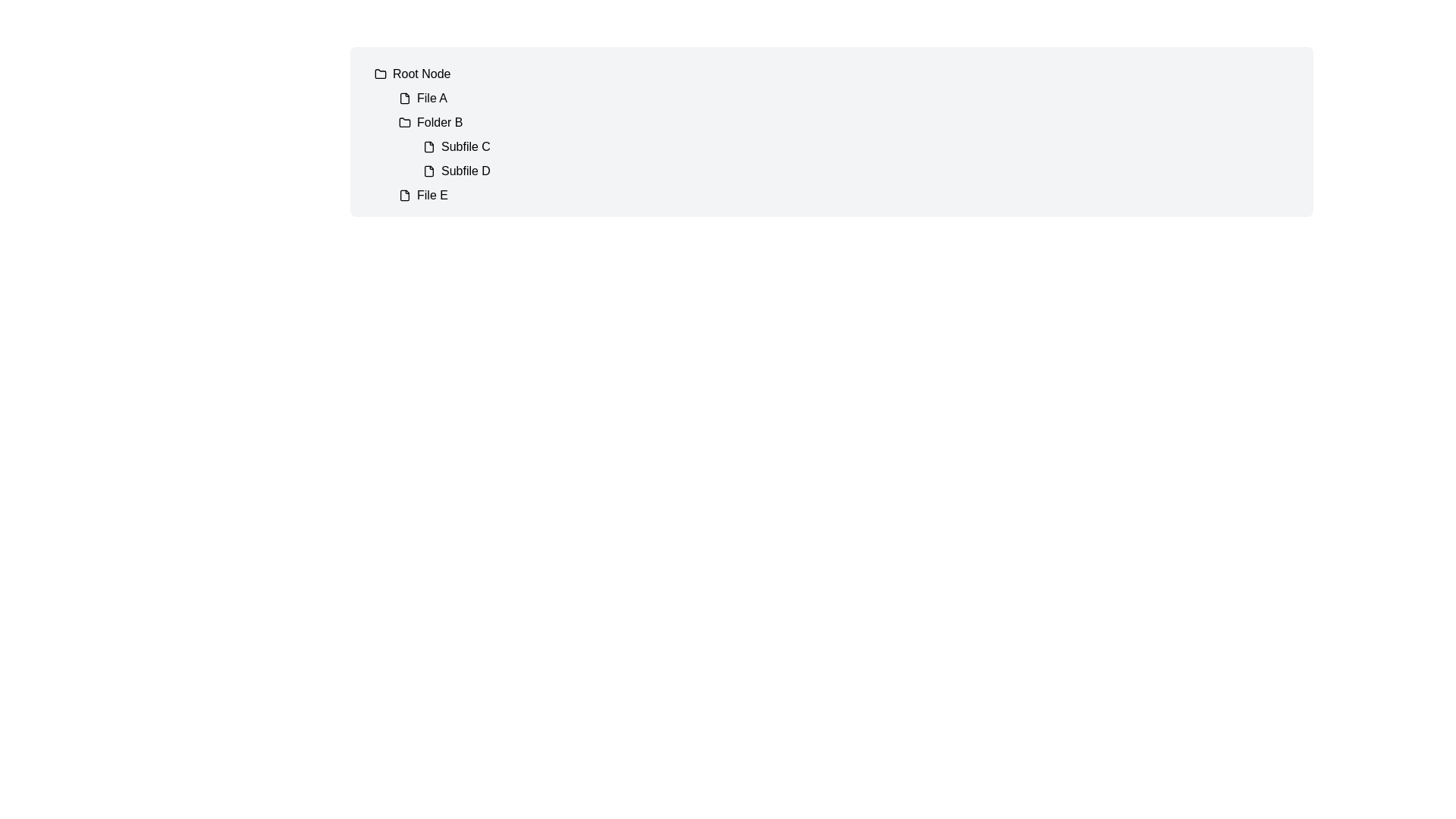 The width and height of the screenshot is (1456, 819). What do you see at coordinates (404, 194) in the screenshot?
I see `the minimalist file icon located next to the 'File E' entry in the interface` at bounding box center [404, 194].